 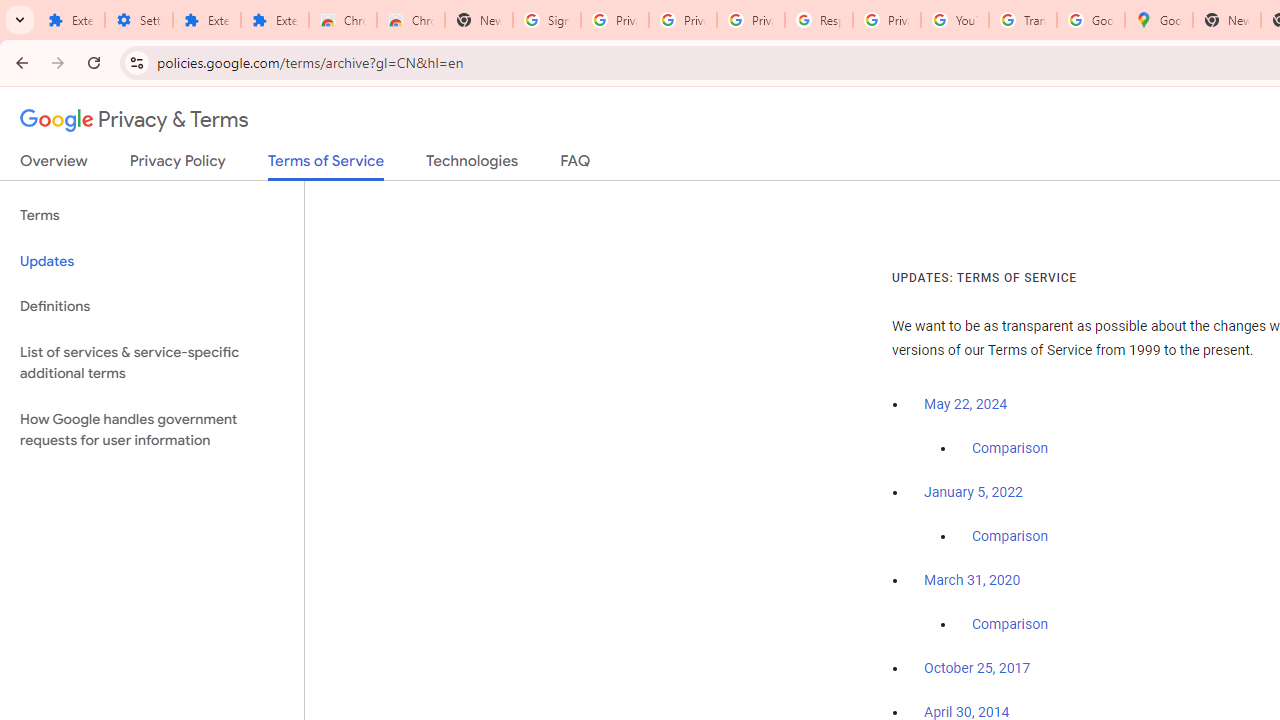 What do you see at coordinates (1009, 624) in the screenshot?
I see `'Comparison'` at bounding box center [1009, 624].